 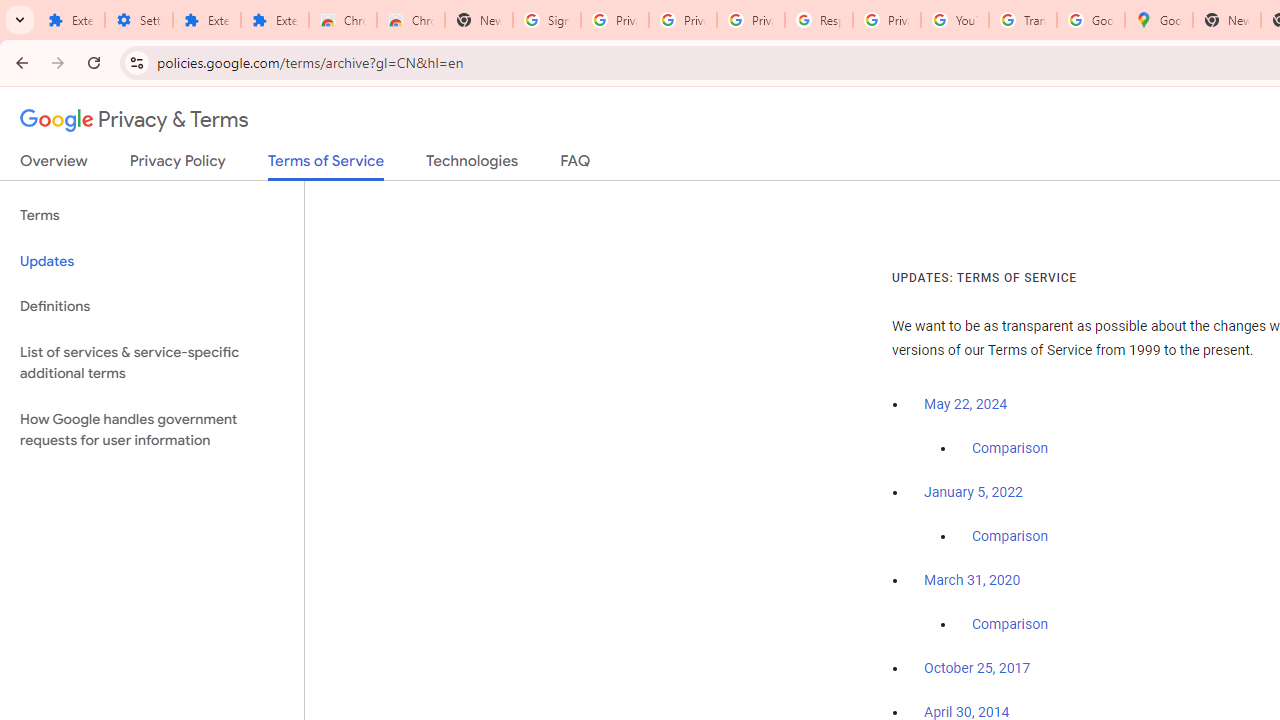 What do you see at coordinates (1009, 624) in the screenshot?
I see `'Comparison'` at bounding box center [1009, 624].